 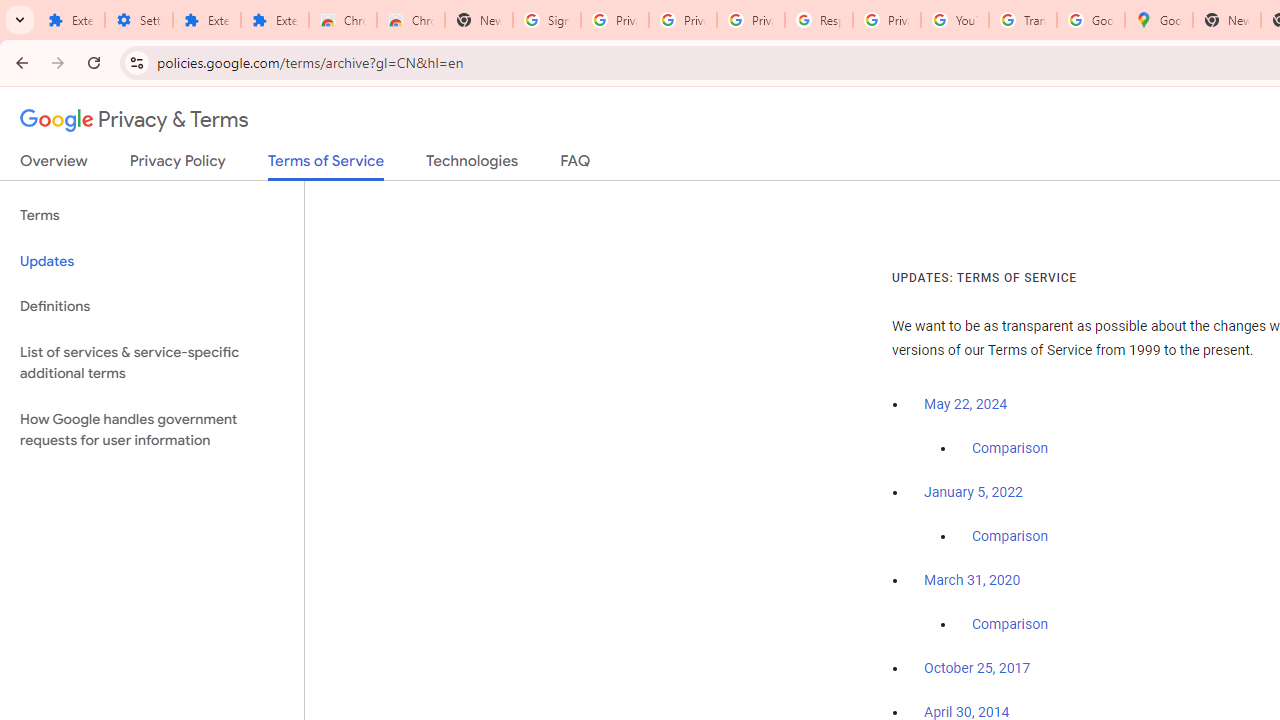 What do you see at coordinates (1009, 624) in the screenshot?
I see `'Comparison'` at bounding box center [1009, 624].